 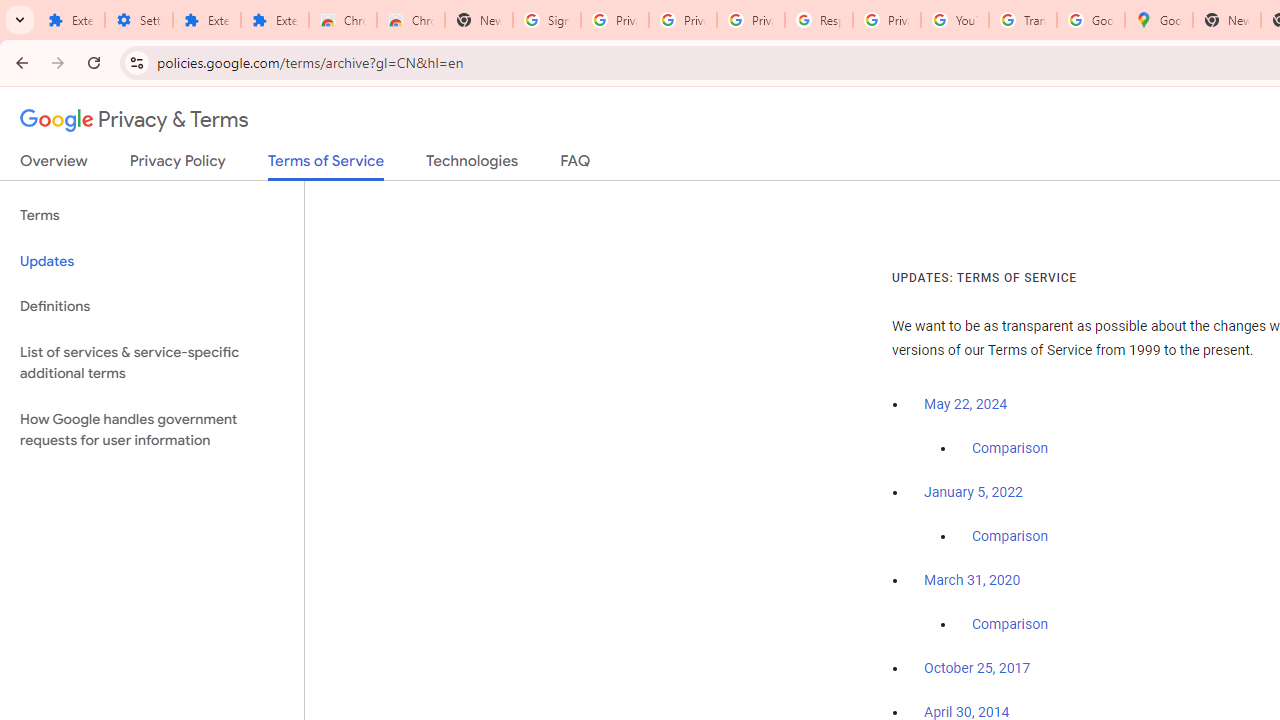 What do you see at coordinates (1009, 624) in the screenshot?
I see `'Comparison'` at bounding box center [1009, 624].